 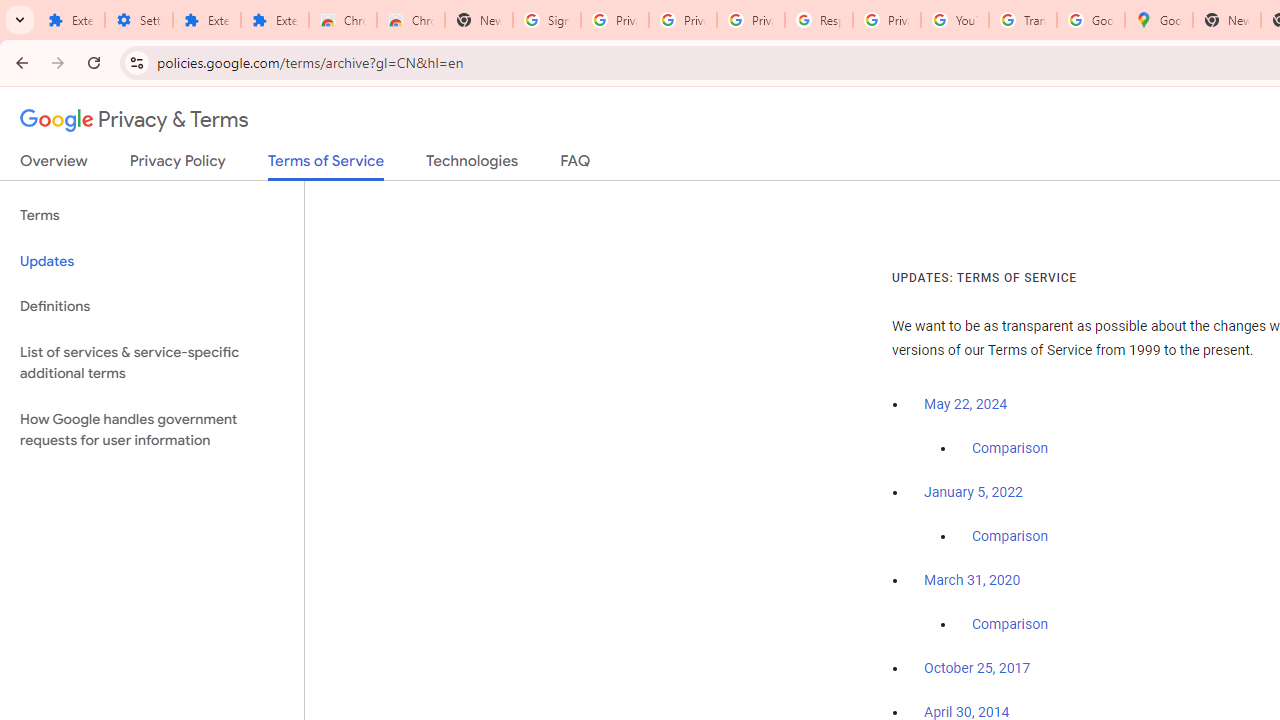 What do you see at coordinates (1009, 624) in the screenshot?
I see `'Comparison'` at bounding box center [1009, 624].